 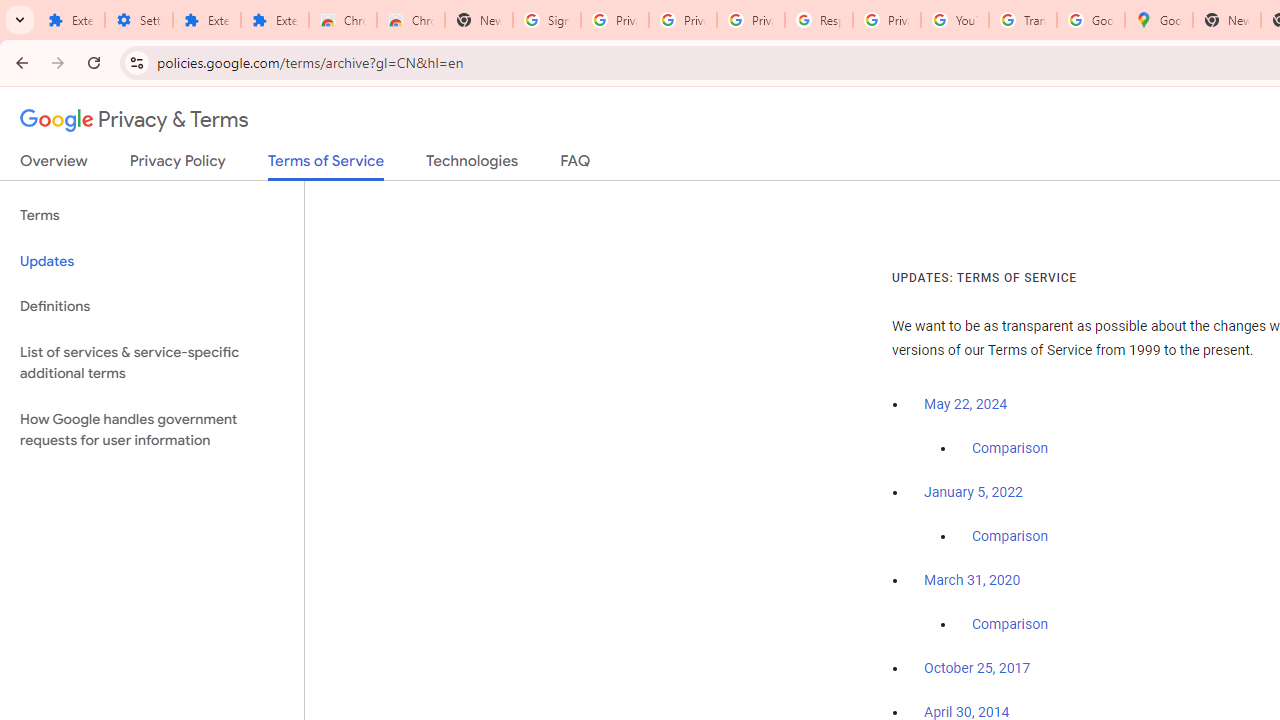 What do you see at coordinates (1009, 624) in the screenshot?
I see `'Comparison'` at bounding box center [1009, 624].